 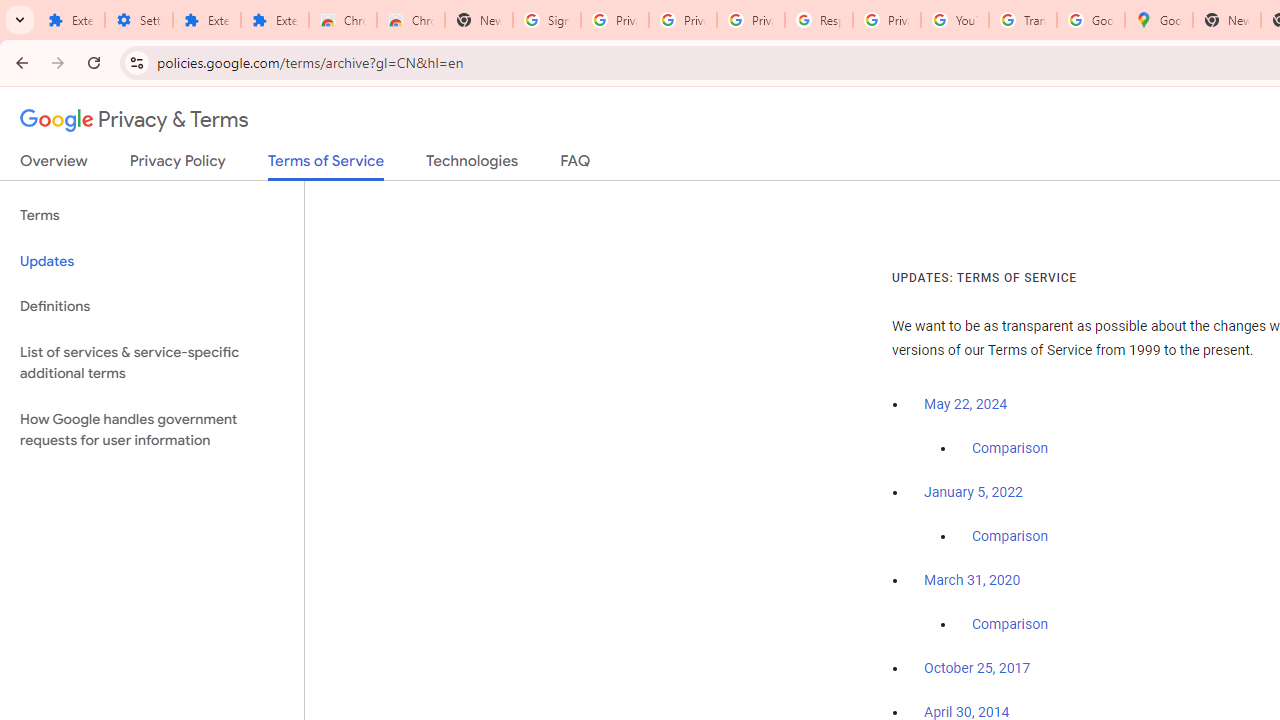 What do you see at coordinates (1009, 624) in the screenshot?
I see `'Comparison'` at bounding box center [1009, 624].